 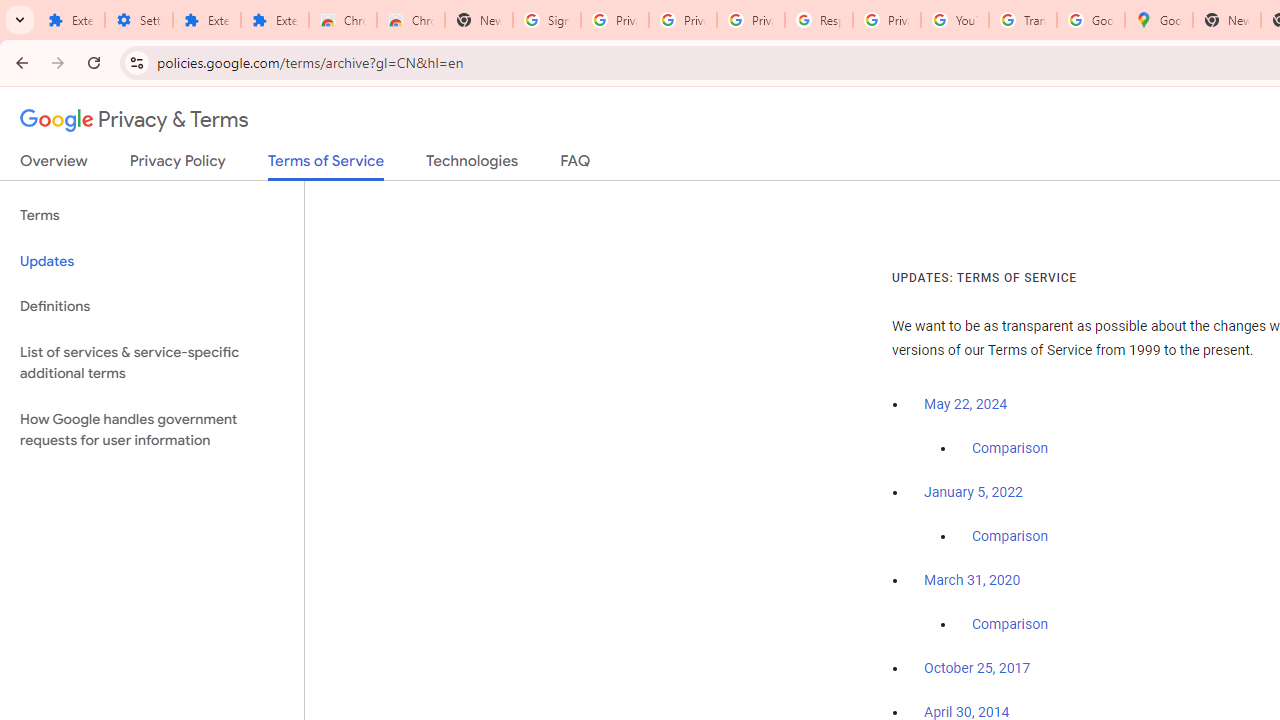 What do you see at coordinates (1009, 624) in the screenshot?
I see `'Comparison'` at bounding box center [1009, 624].